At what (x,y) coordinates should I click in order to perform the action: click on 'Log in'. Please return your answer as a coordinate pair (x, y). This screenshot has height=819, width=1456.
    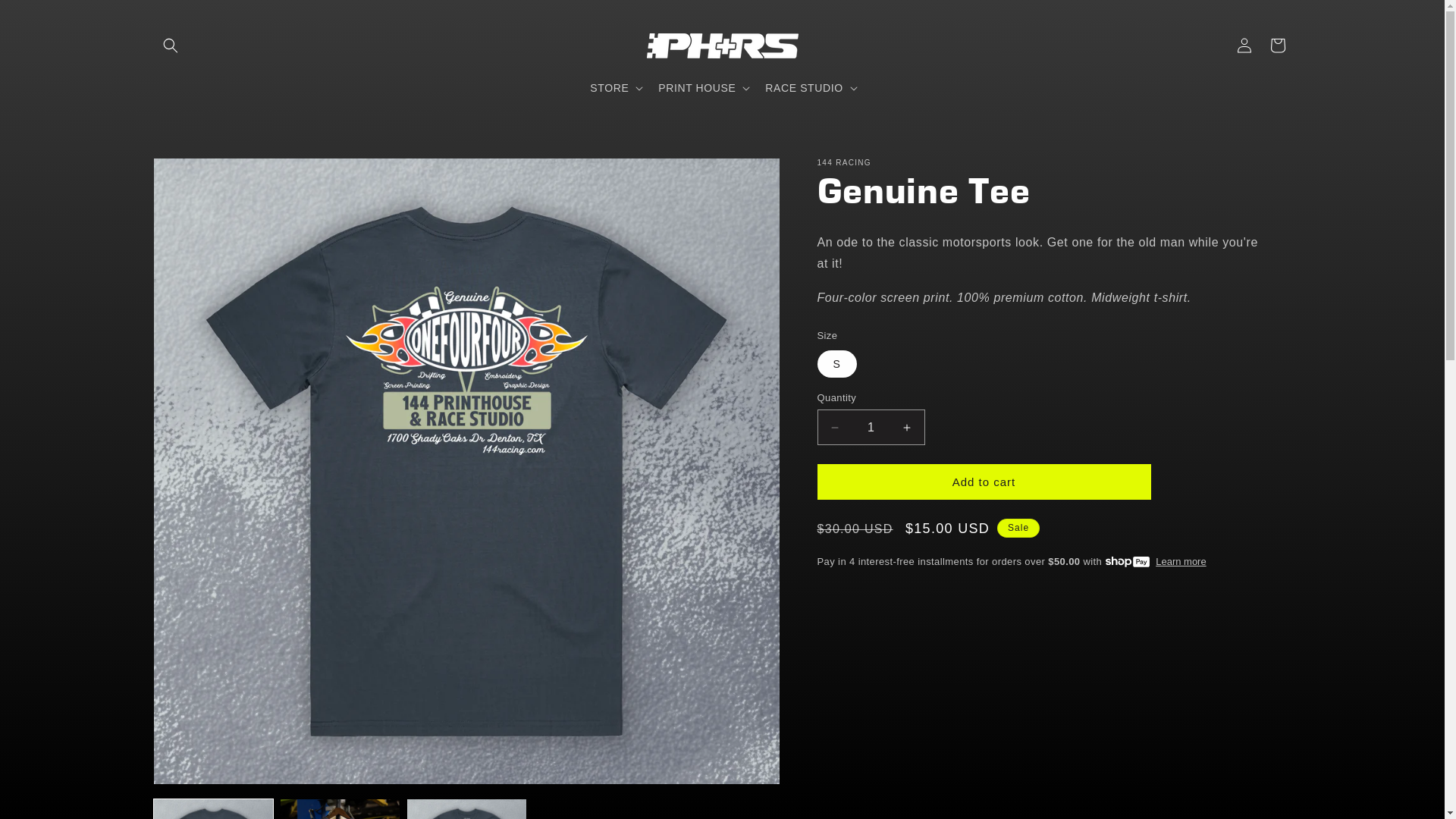
    Looking at the image, I should click on (1244, 45).